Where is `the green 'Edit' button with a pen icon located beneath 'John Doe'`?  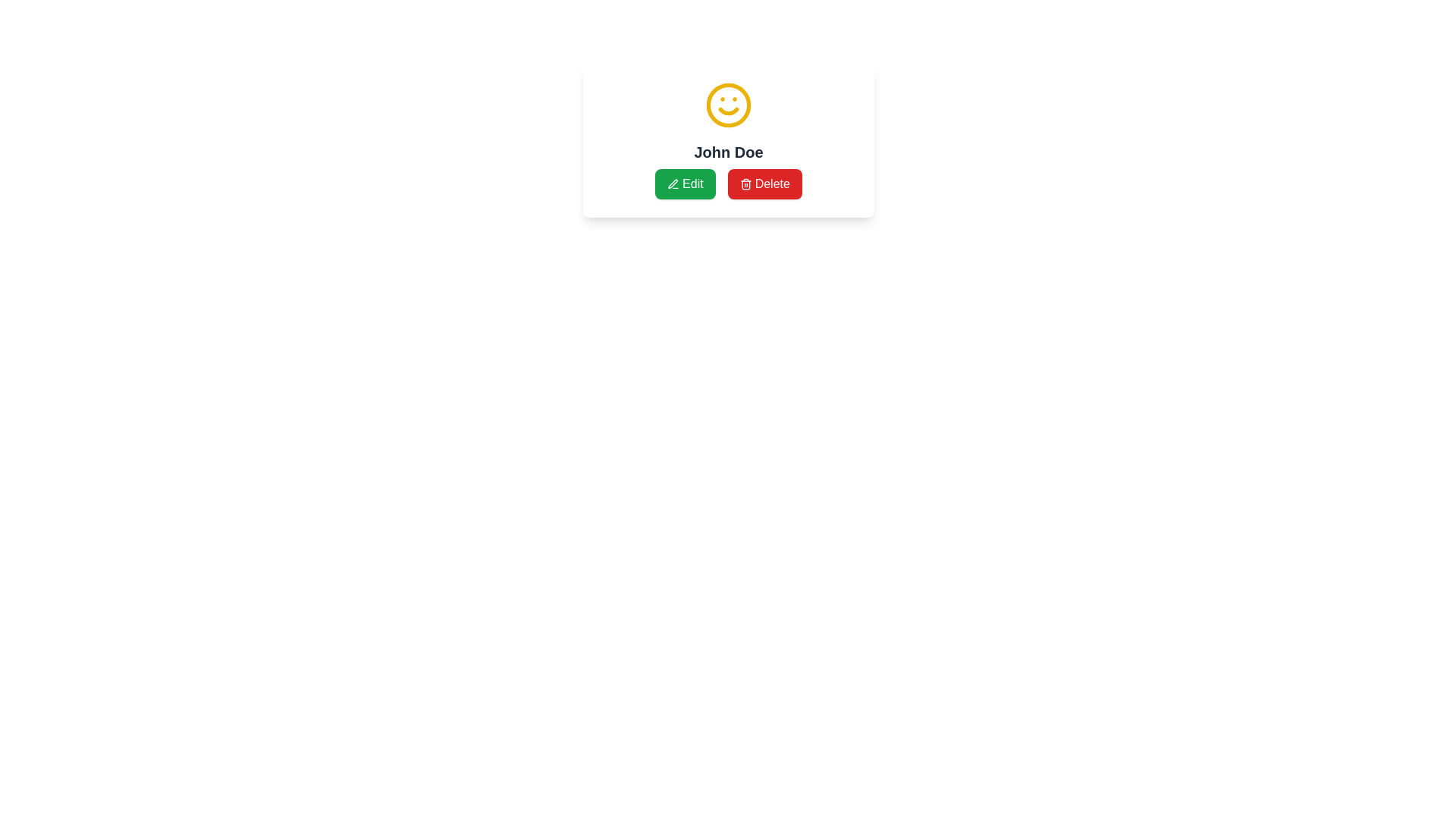 the green 'Edit' button with a pen icon located beneath 'John Doe' is located at coordinates (684, 184).